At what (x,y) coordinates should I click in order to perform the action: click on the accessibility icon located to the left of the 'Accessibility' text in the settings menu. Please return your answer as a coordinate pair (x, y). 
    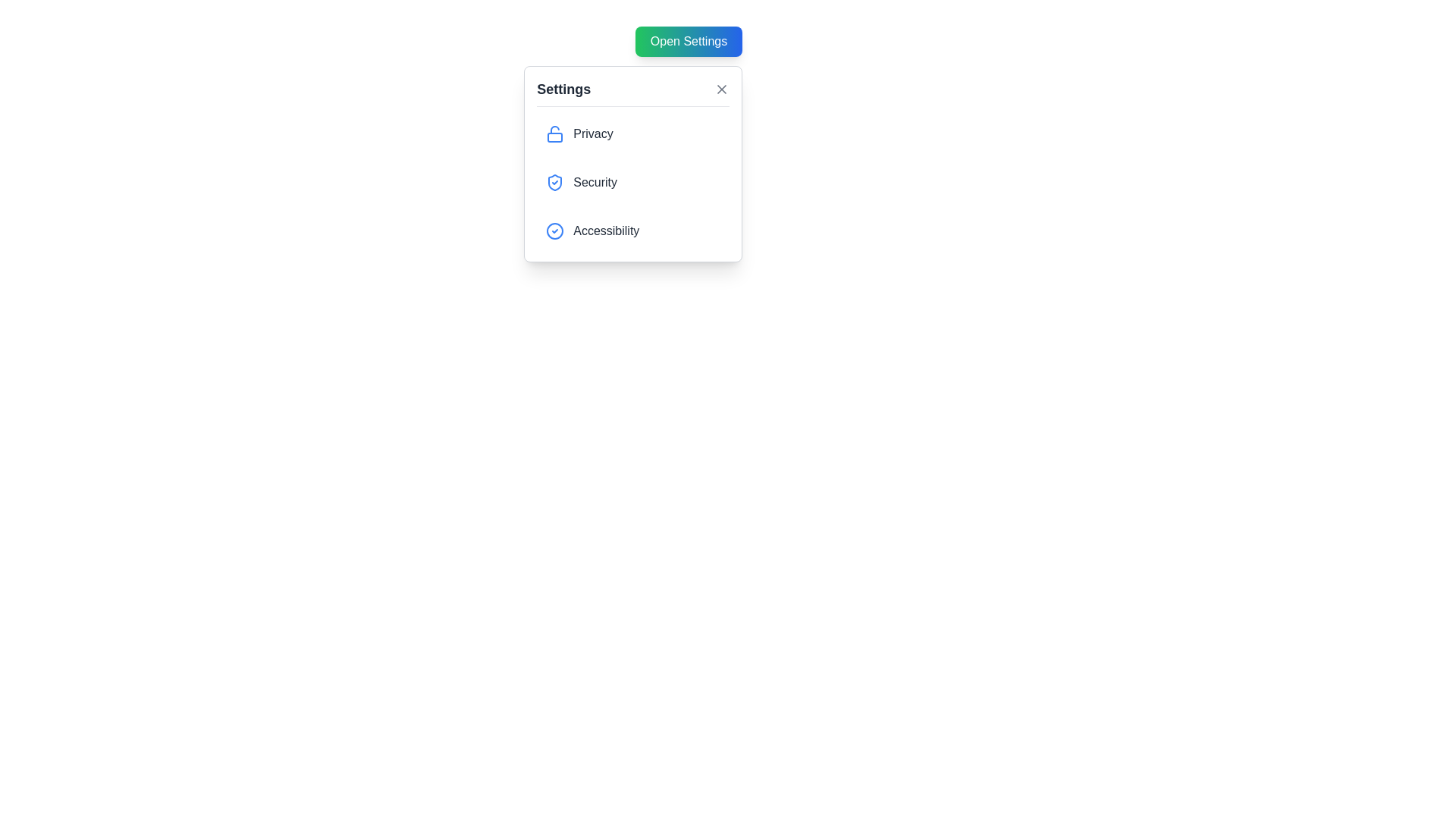
    Looking at the image, I should click on (554, 231).